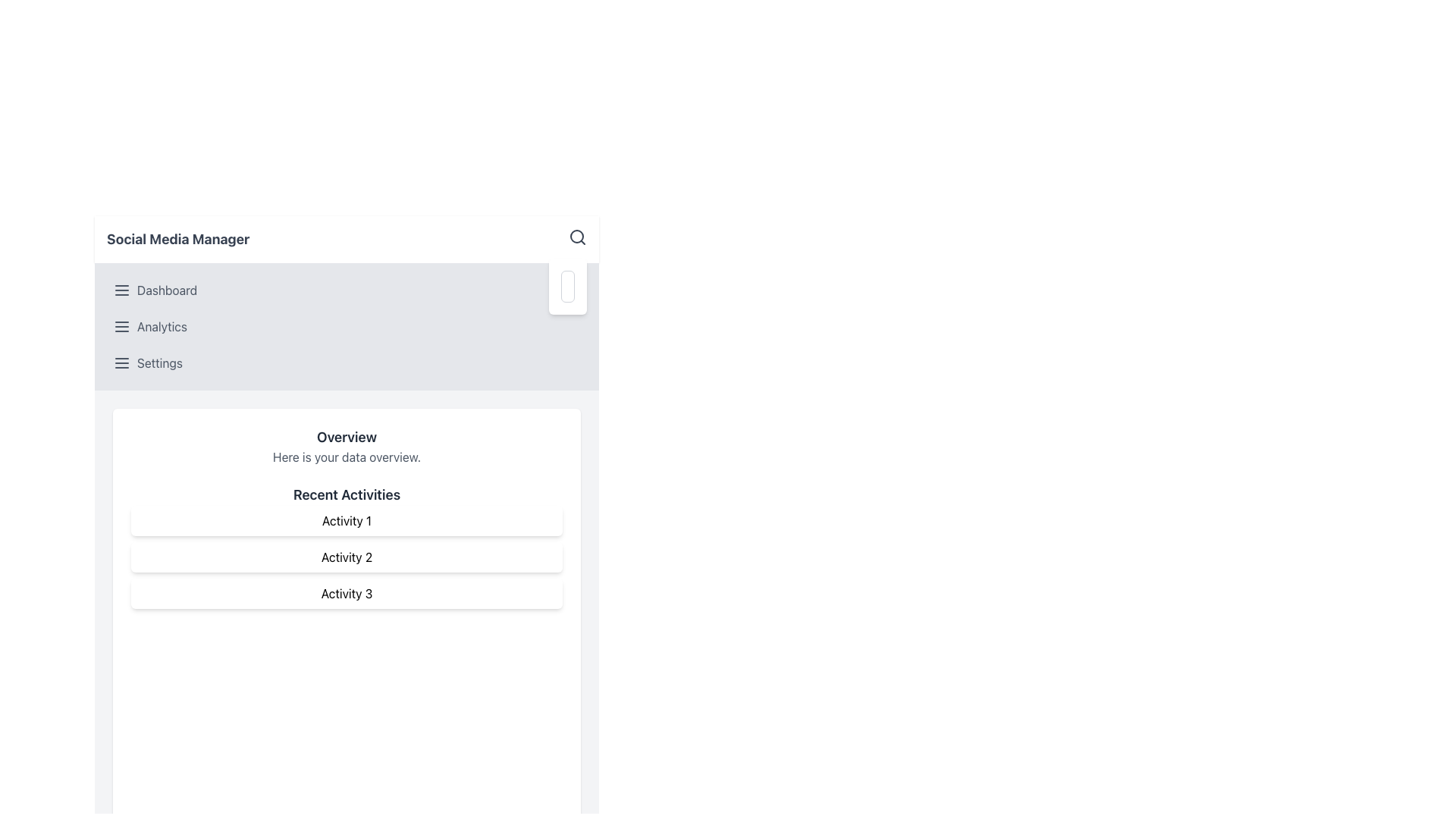 The width and height of the screenshot is (1456, 819). Describe the element at coordinates (346, 362) in the screenshot. I see `the 'Settings' button in the vertical menu` at that location.